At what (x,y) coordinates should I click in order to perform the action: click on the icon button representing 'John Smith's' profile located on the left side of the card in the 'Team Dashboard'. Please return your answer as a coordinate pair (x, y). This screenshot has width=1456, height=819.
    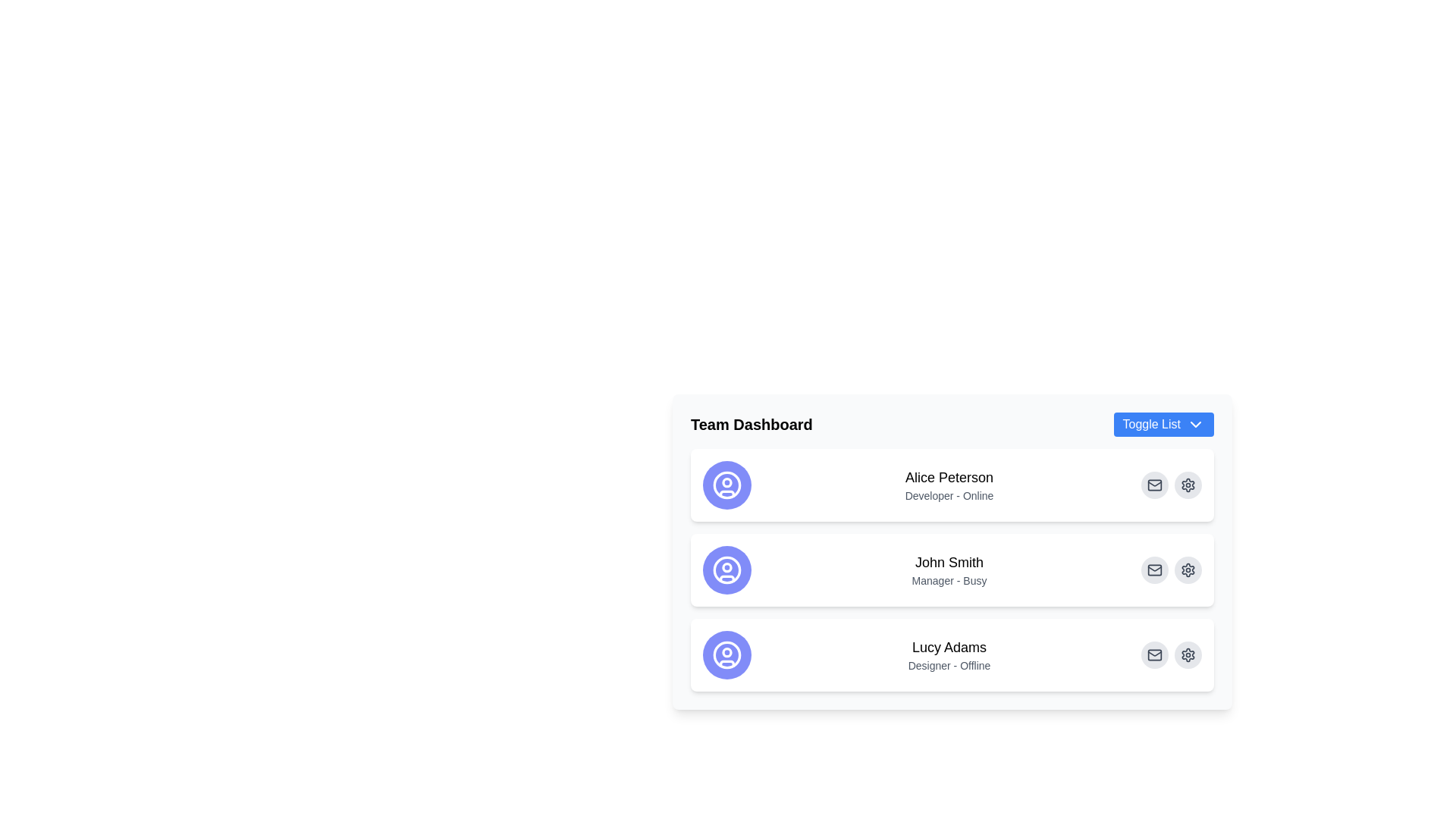
    Looking at the image, I should click on (726, 570).